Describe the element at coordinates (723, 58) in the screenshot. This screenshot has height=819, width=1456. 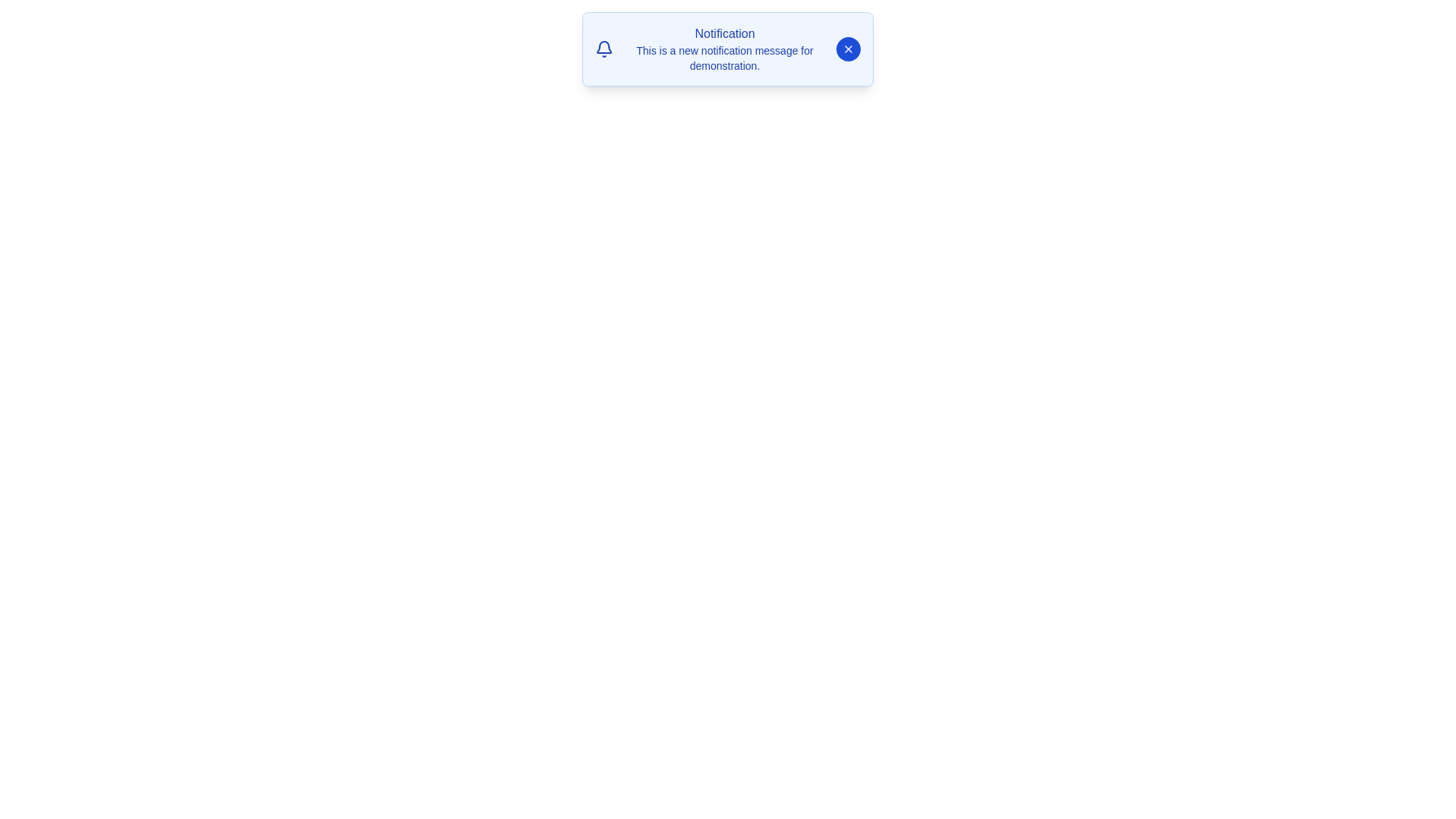
I see `the textual notification message that reads 'This is a new notification message for demonstration.' which is styled in blue and located below the title 'Notification'` at that location.